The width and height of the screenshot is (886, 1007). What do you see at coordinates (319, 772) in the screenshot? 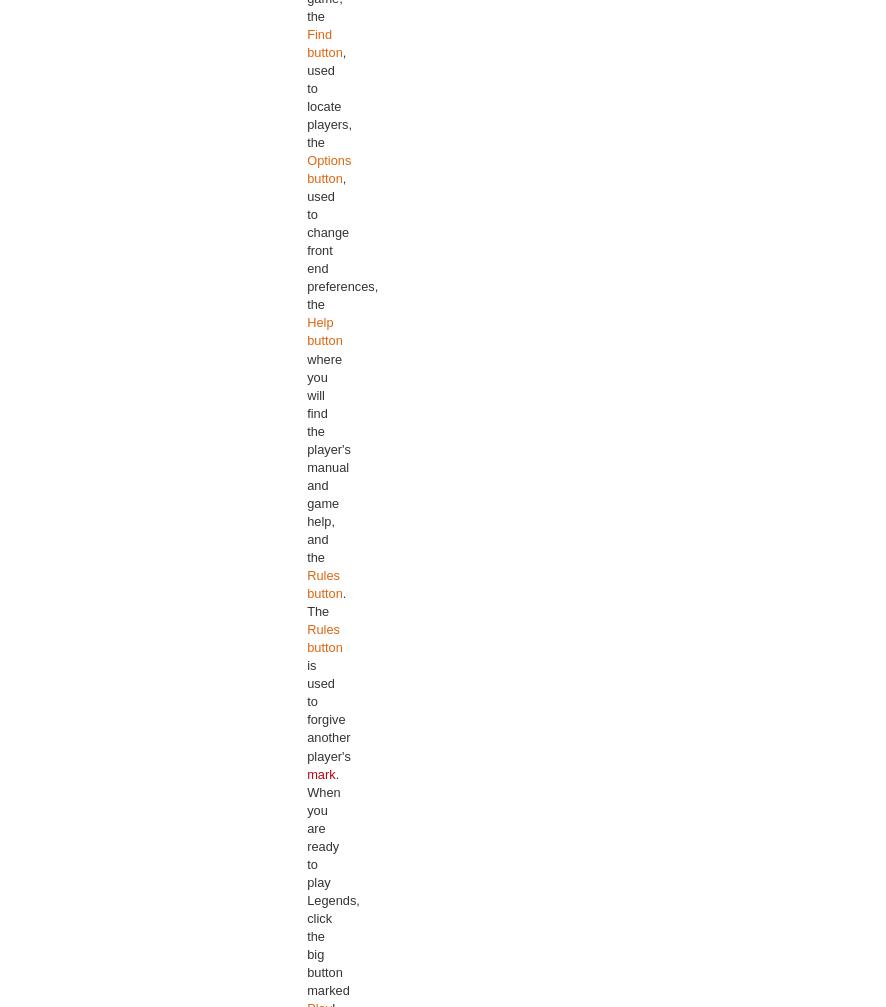
I see `'mark'` at bounding box center [319, 772].